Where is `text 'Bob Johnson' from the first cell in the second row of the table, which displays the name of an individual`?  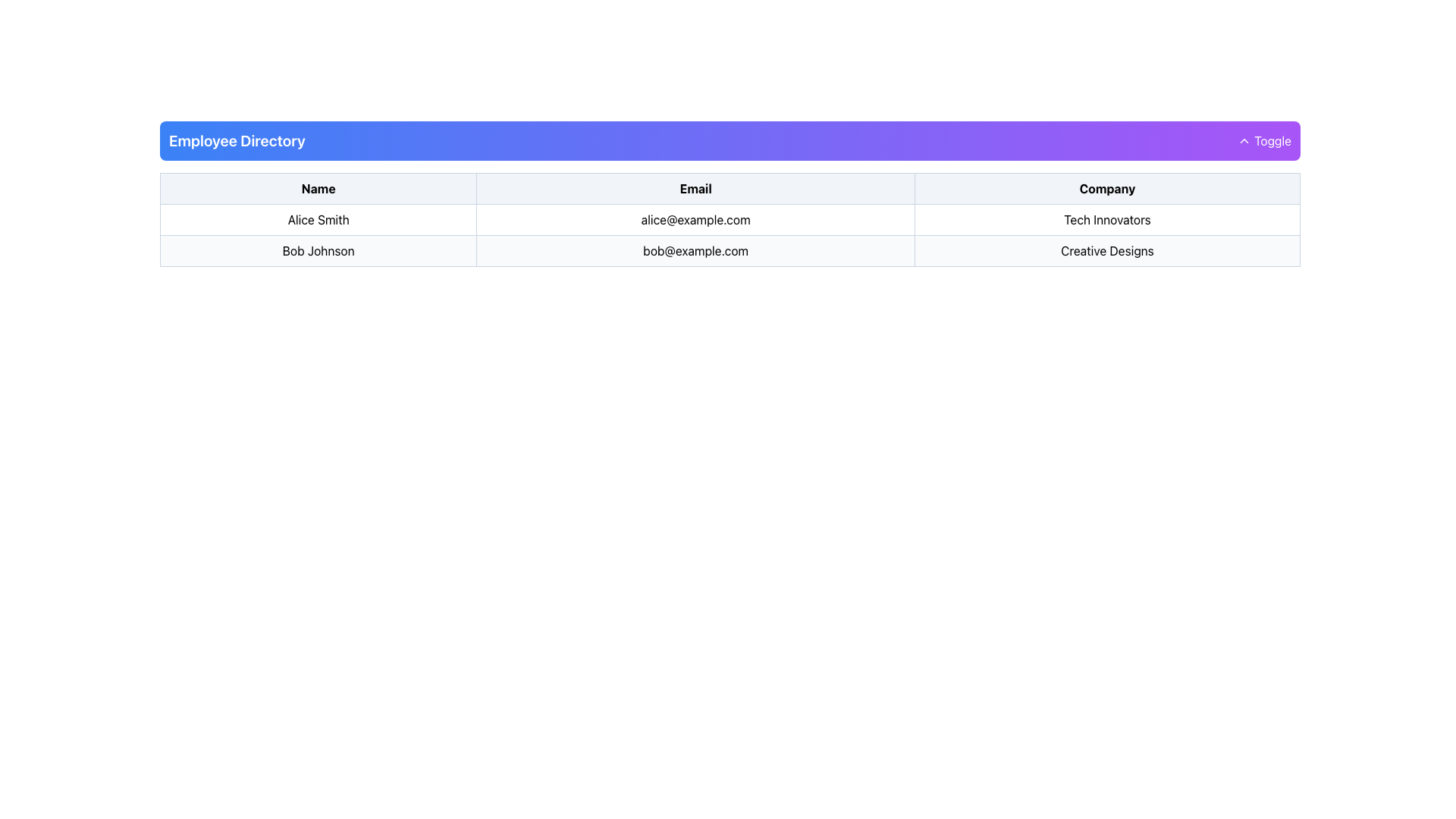
text 'Bob Johnson' from the first cell in the second row of the table, which displays the name of an individual is located at coordinates (318, 250).